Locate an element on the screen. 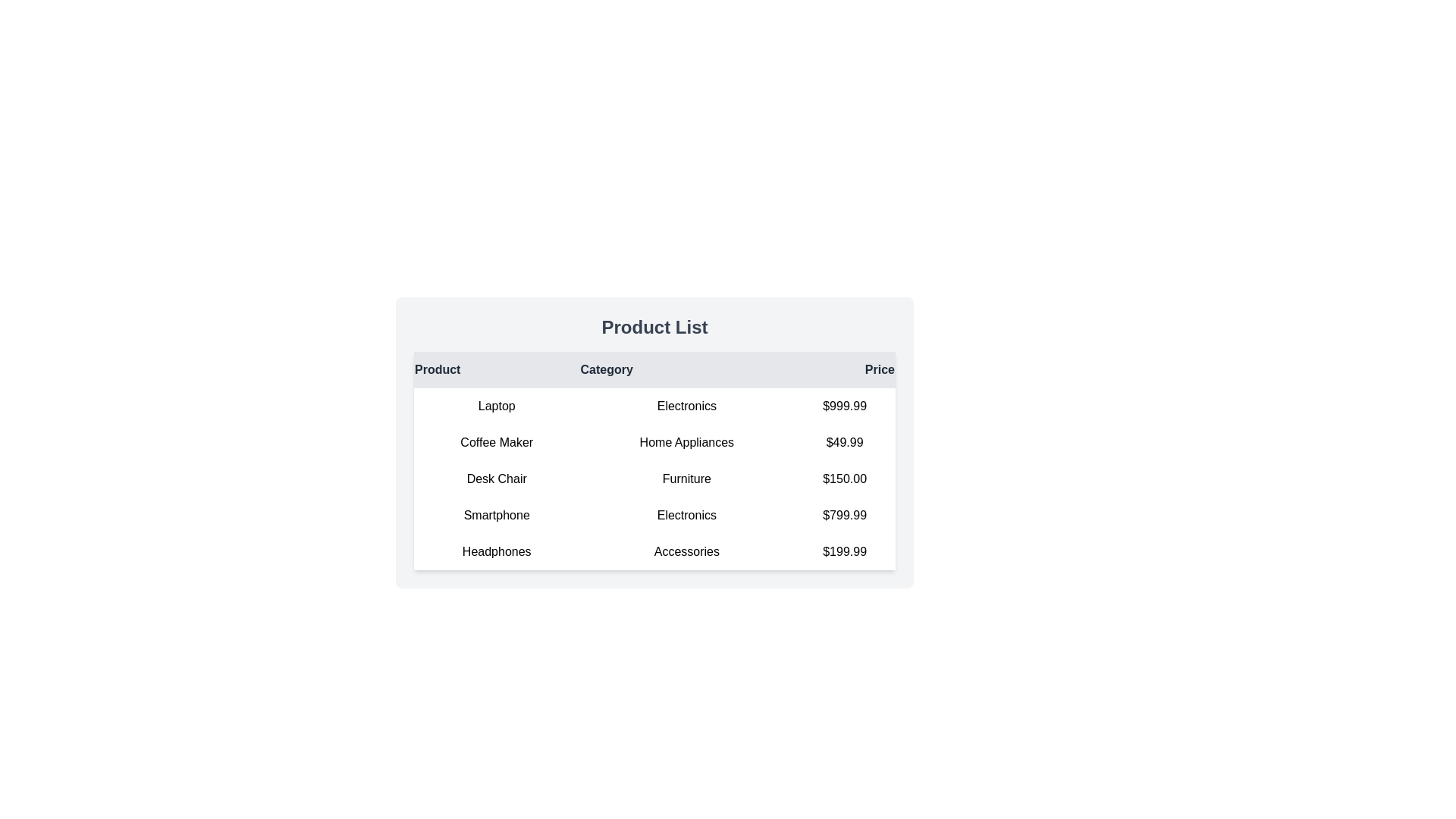 This screenshot has height=819, width=1456. the 'Desk Chair' text label in the 'Product' column of the product list table is located at coordinates (497, 479).